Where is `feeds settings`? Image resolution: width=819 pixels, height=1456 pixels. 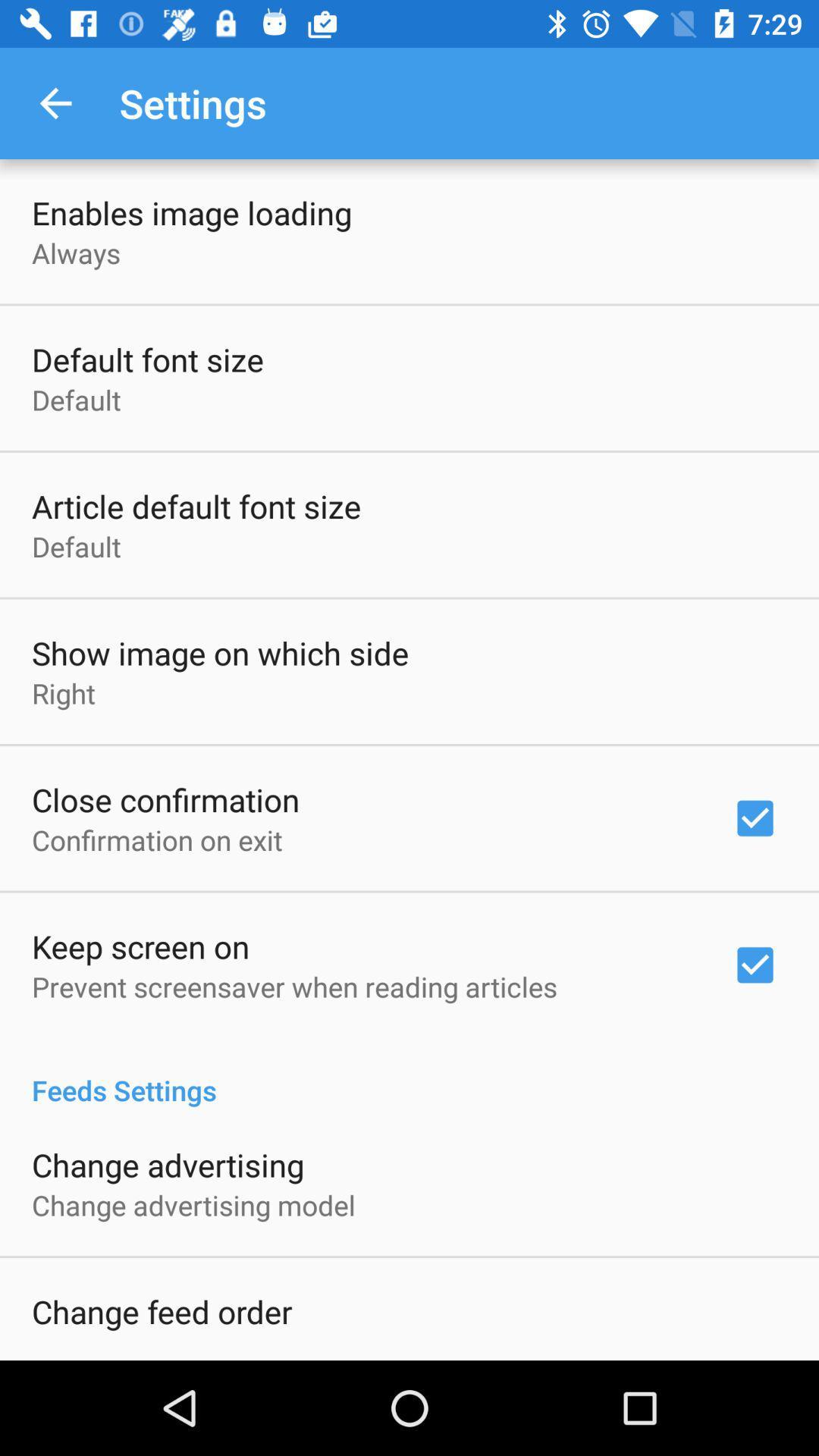 feeds settings is located at coordinates (409, 1073).